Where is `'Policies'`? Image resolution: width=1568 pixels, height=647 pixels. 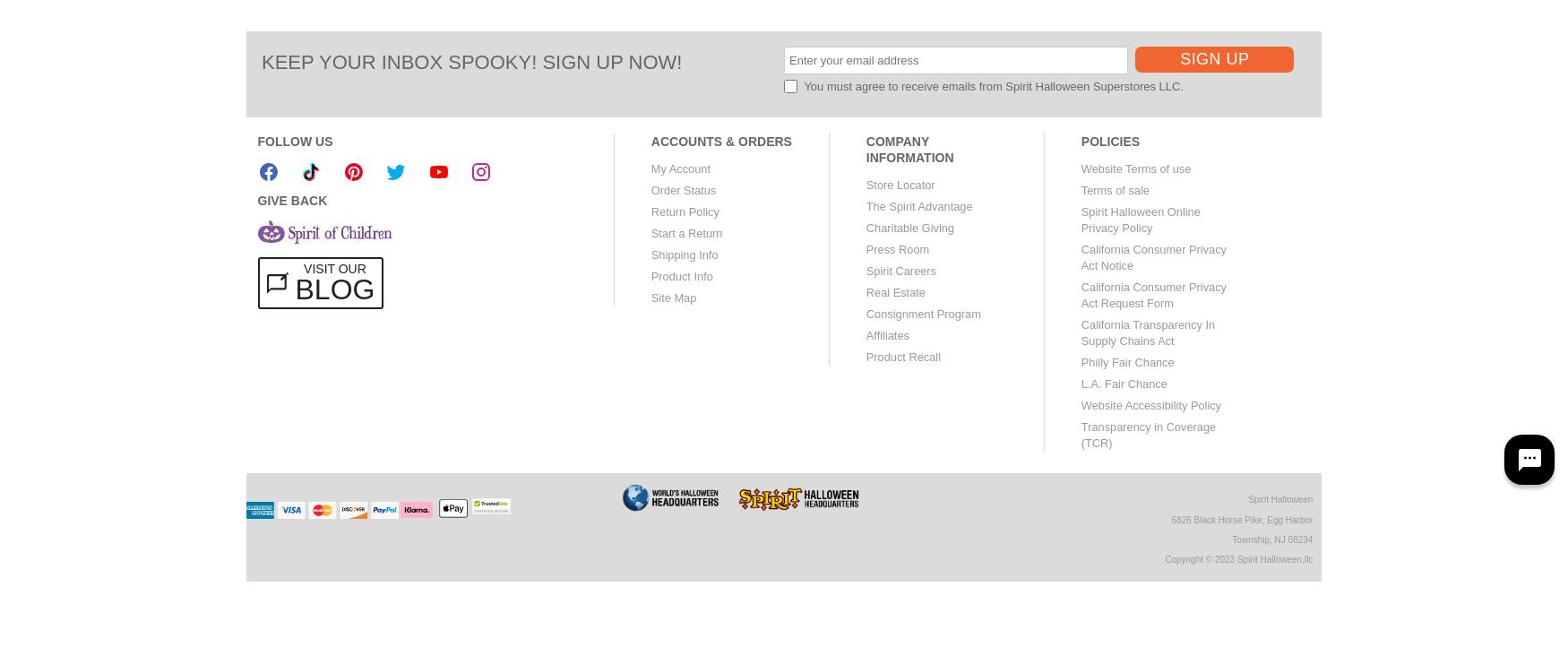 'Policies' is located at coordinates (1110, 141).